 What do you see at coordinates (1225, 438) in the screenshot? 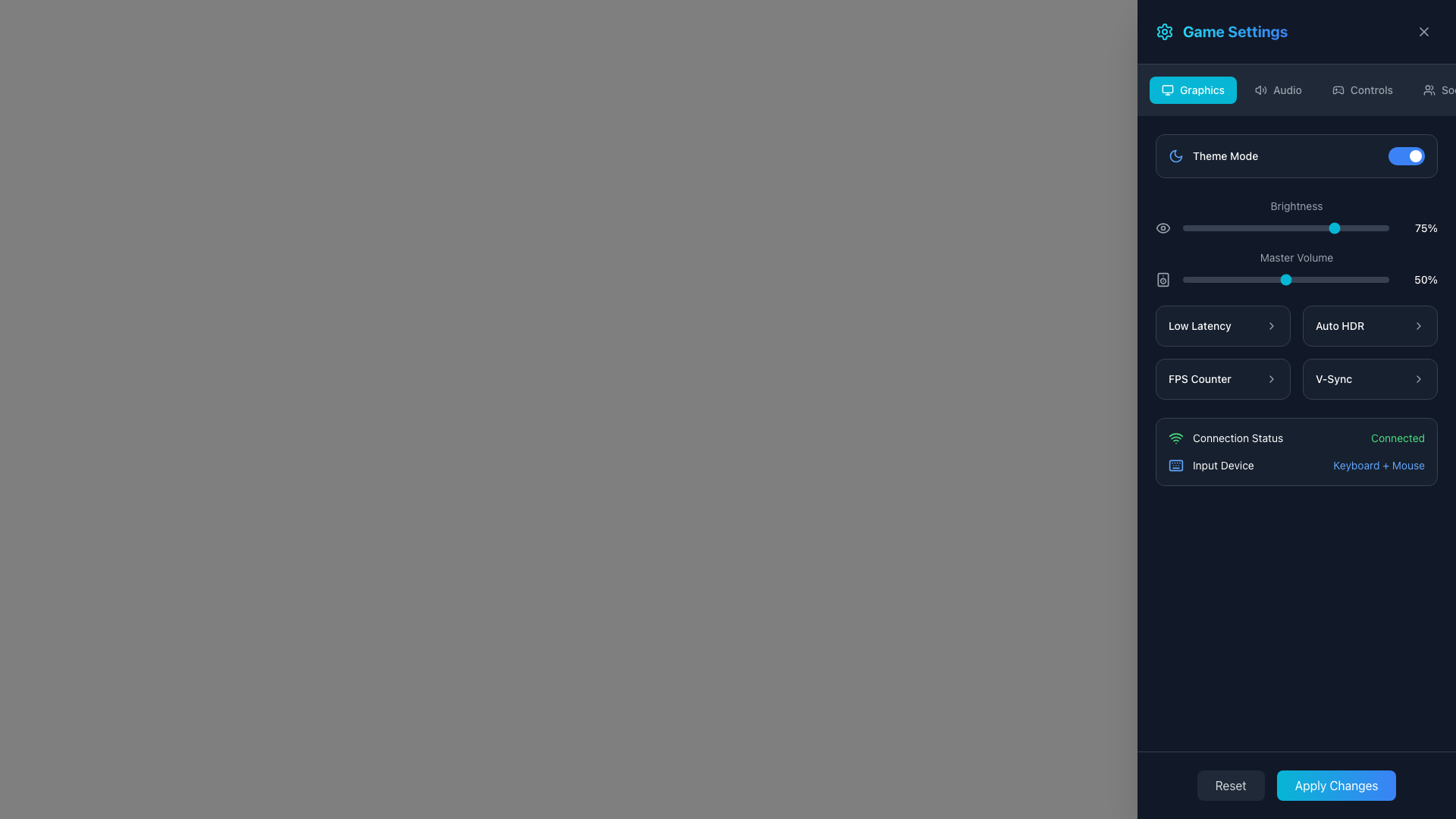
I see `the 'Connection Status' label with the Wi-Fi icon, which is the top-left item in the connection-related information group, positioned to the left of the 'Connected' text` at bounding box center [1225, 438].